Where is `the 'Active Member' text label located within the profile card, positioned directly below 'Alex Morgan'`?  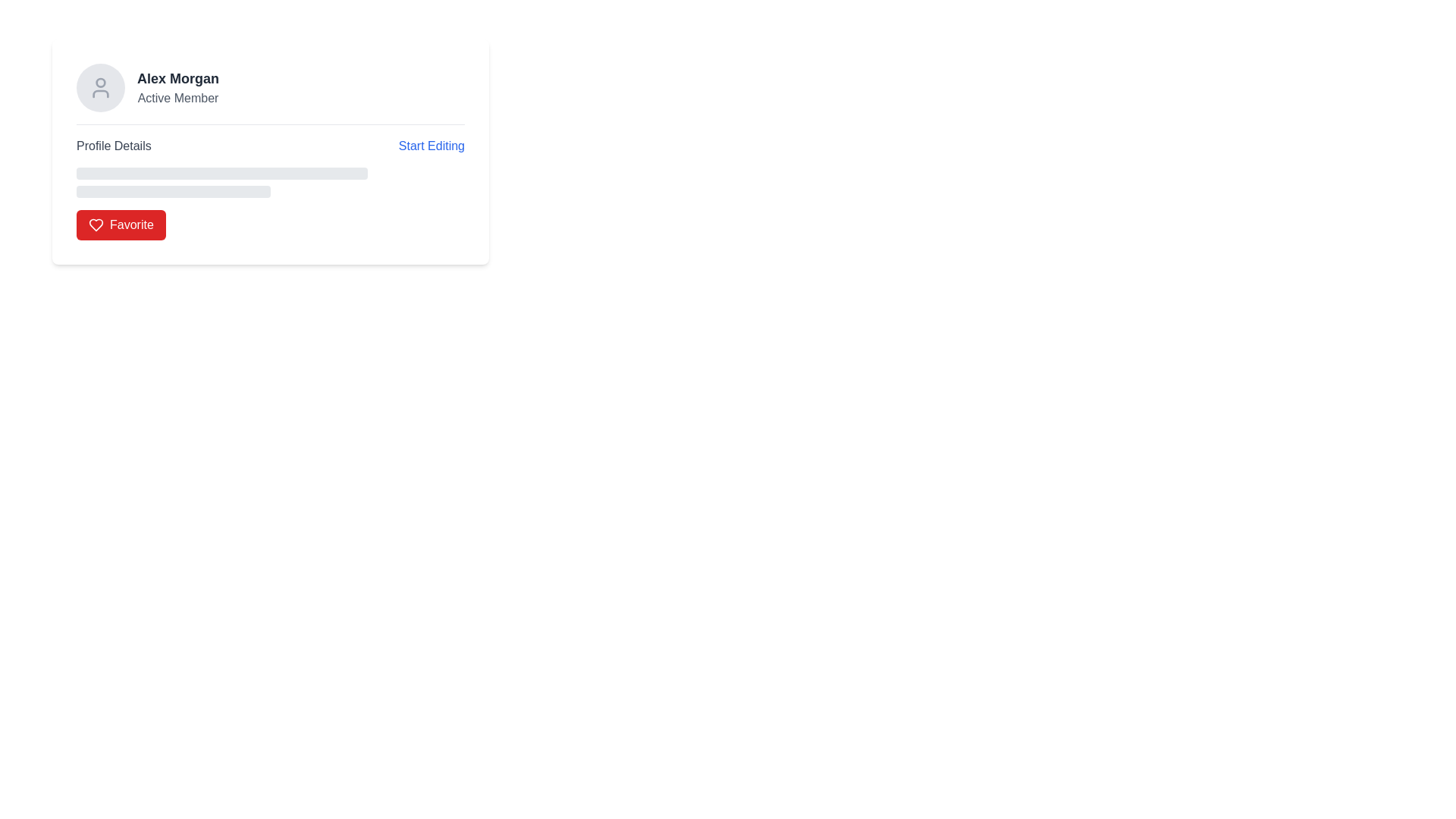
the 'Active Member' text label located within the profile card, positioned directly below 'Alex Morgan' is located at coordinates (178, 99).